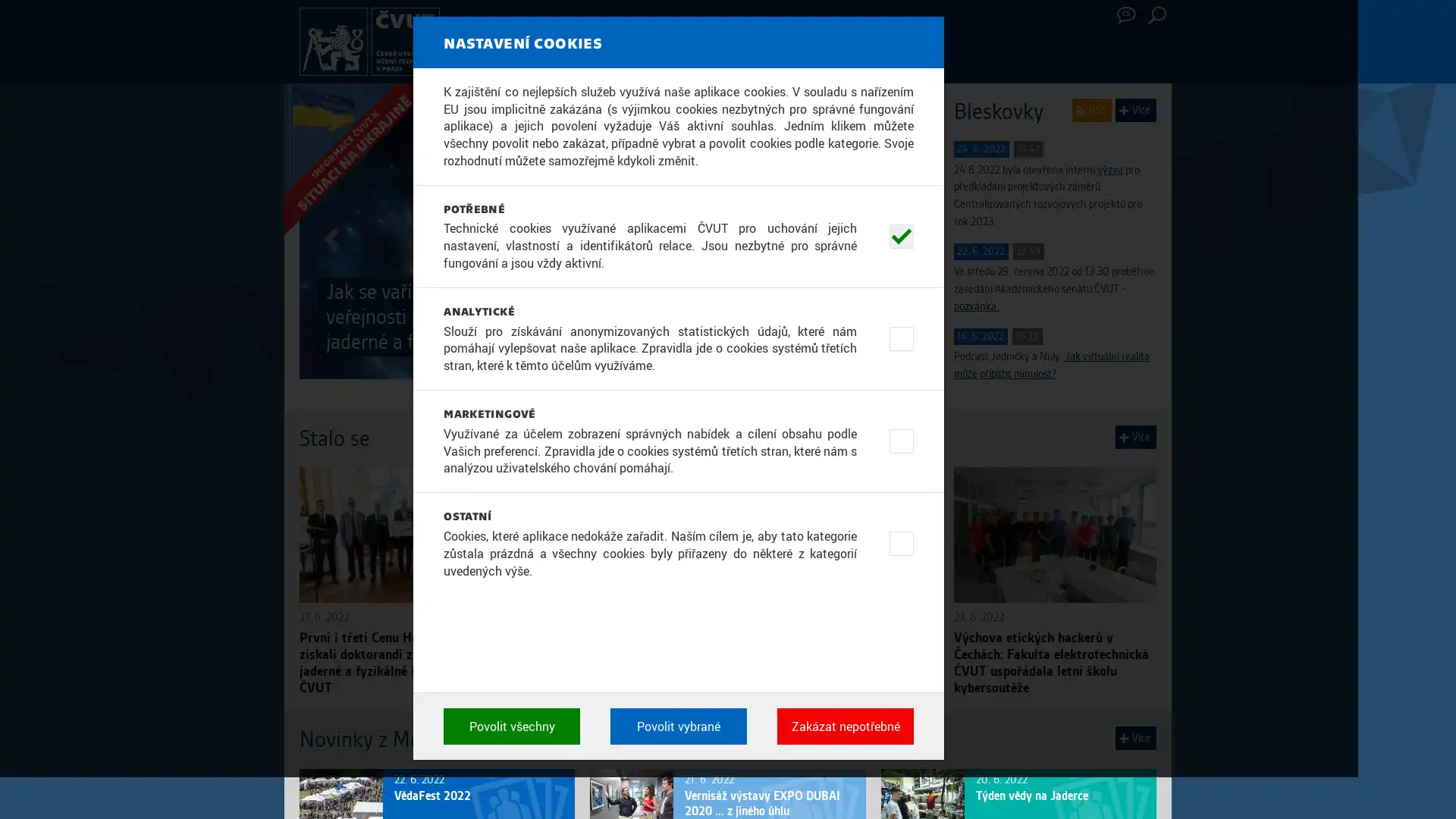 This screenshot has height=819, width=1456. Describe the element at coordinates (560, 747) in the screenshot. I see `Povolit vsechny` at that location.